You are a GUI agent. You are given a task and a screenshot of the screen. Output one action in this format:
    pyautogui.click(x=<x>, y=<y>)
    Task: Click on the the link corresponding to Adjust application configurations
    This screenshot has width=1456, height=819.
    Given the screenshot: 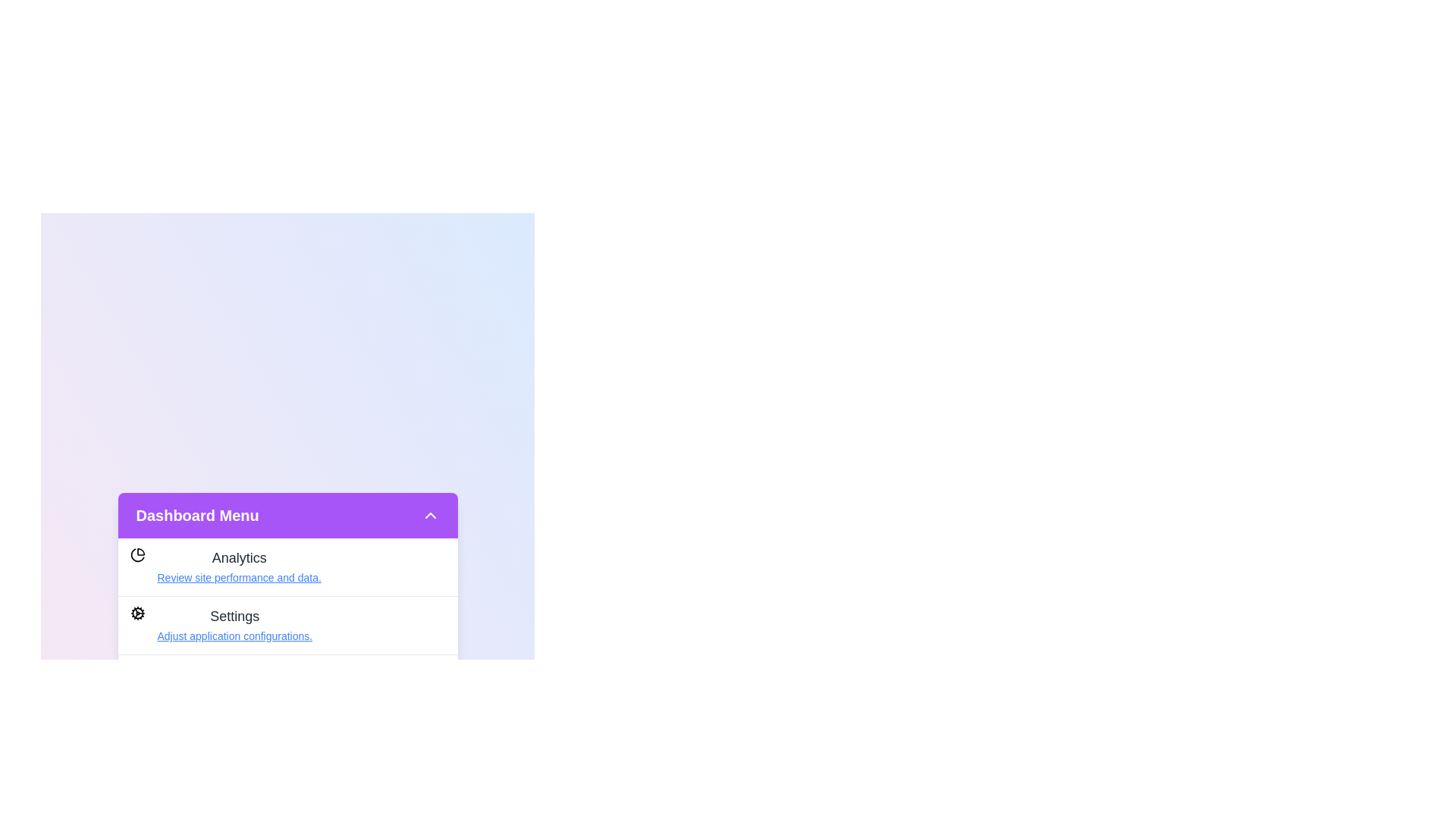 What is the action you would take?
    pyautogui.click(x=234, y=636)
    